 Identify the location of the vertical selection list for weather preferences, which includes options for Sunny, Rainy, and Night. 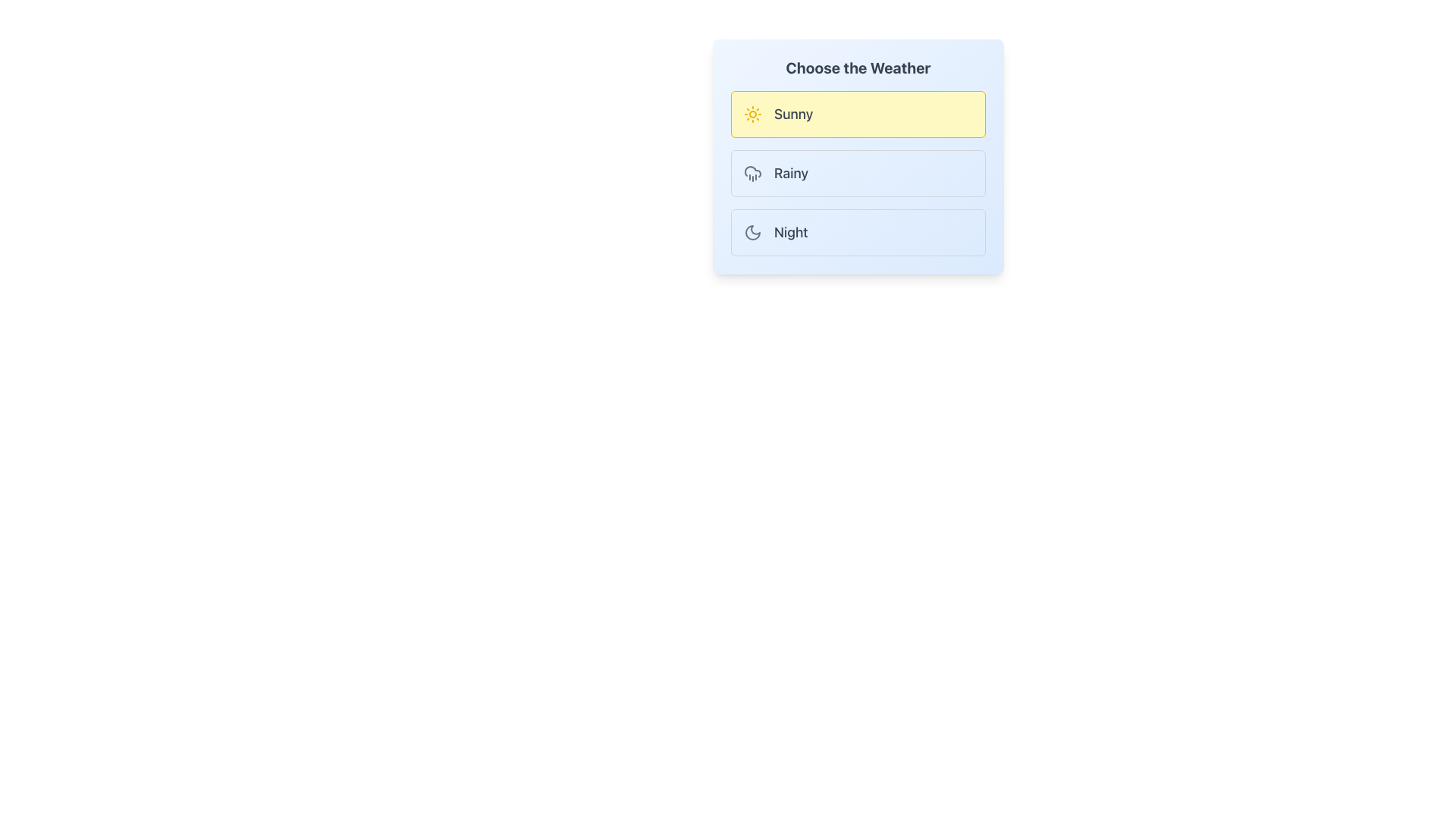
(858, 172).